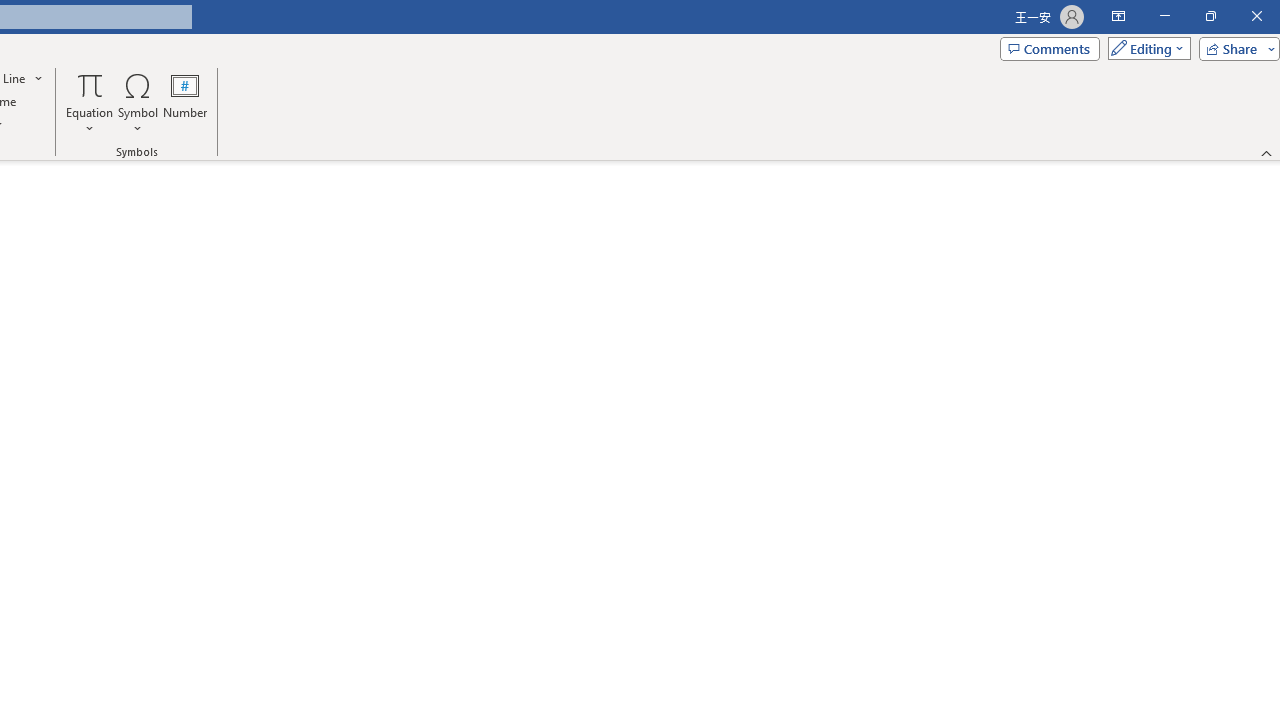 This screenshot has height=720, width=1280. I want to click on 'Close', so click(1255, 16).